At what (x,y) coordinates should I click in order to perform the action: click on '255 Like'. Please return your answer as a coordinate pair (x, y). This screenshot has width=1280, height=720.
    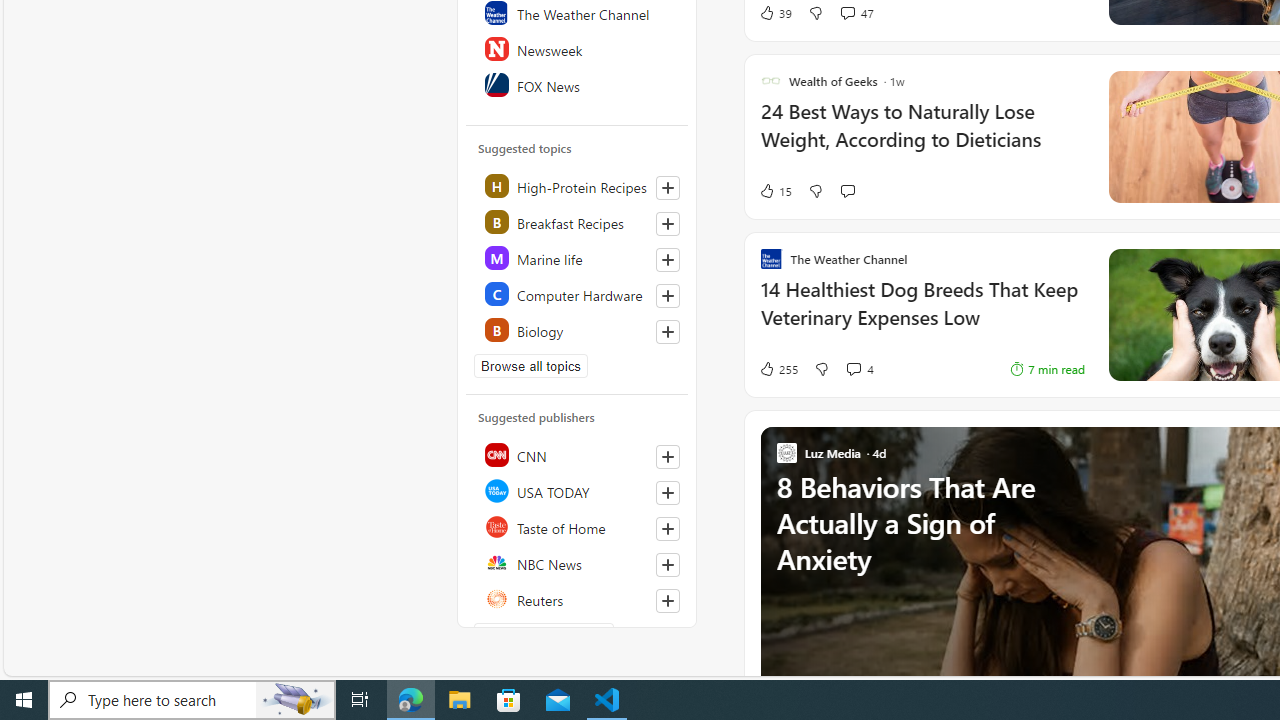
    Looking at the image, I should click on (777, 368).